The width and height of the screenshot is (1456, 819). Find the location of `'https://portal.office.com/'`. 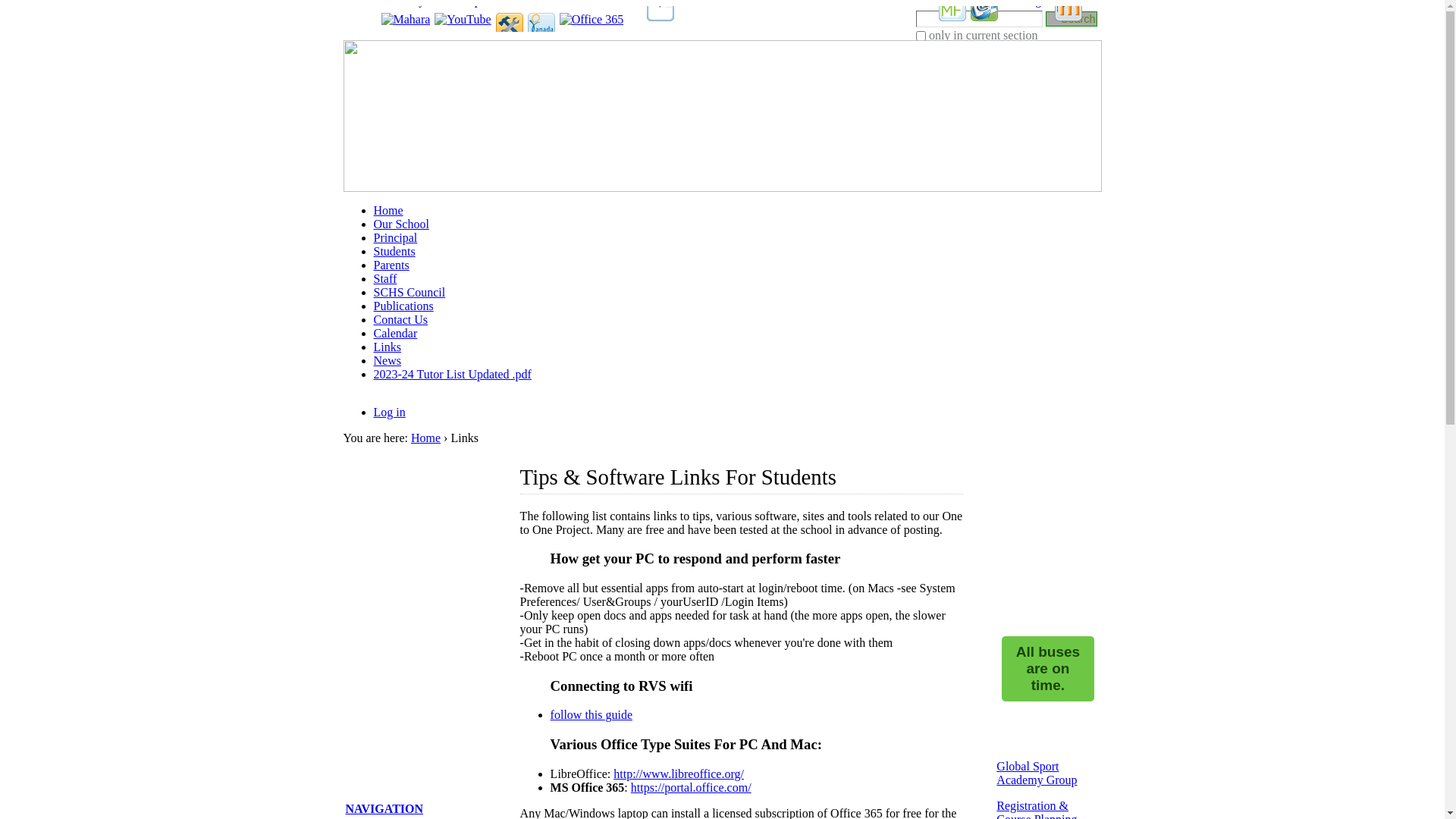

'https://portal.office.com/' is located at coordinates (690, 786).